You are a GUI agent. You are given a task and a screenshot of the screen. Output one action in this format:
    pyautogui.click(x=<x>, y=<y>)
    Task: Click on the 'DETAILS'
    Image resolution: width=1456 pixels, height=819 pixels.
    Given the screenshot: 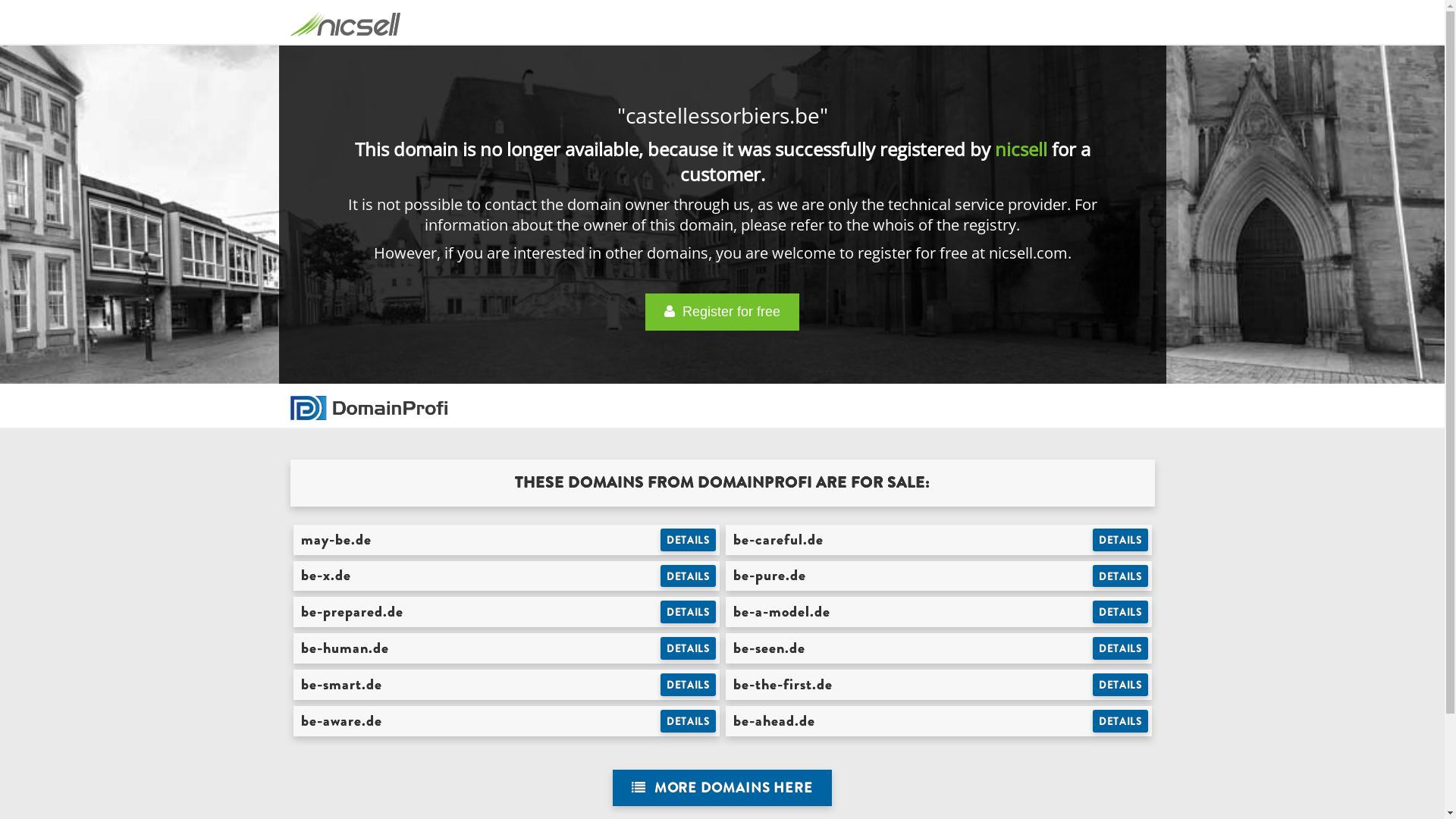 What is the action you would take?
    pyautogui.click(x=687, y=648)
    